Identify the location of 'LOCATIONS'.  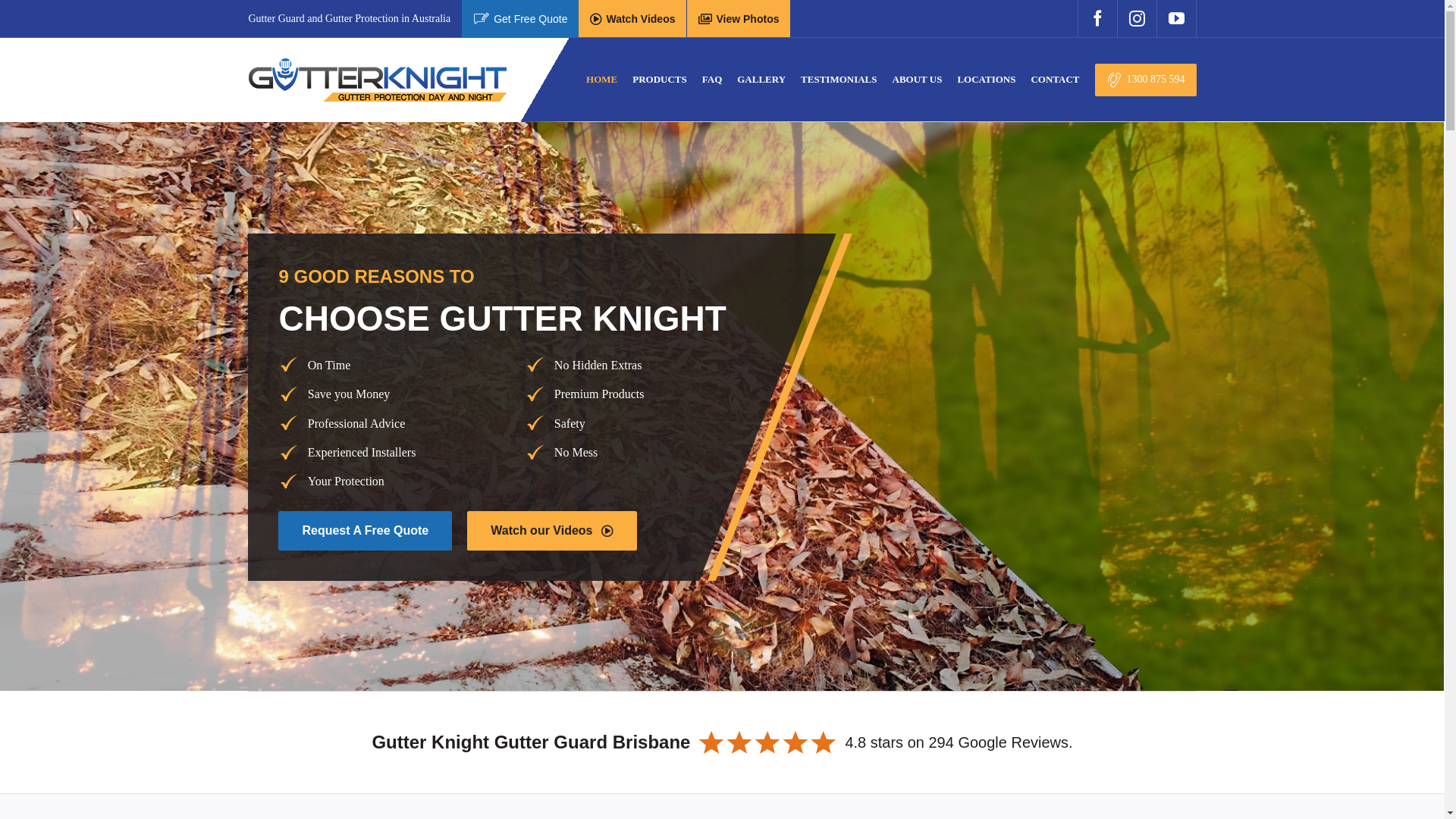
(986, 79).